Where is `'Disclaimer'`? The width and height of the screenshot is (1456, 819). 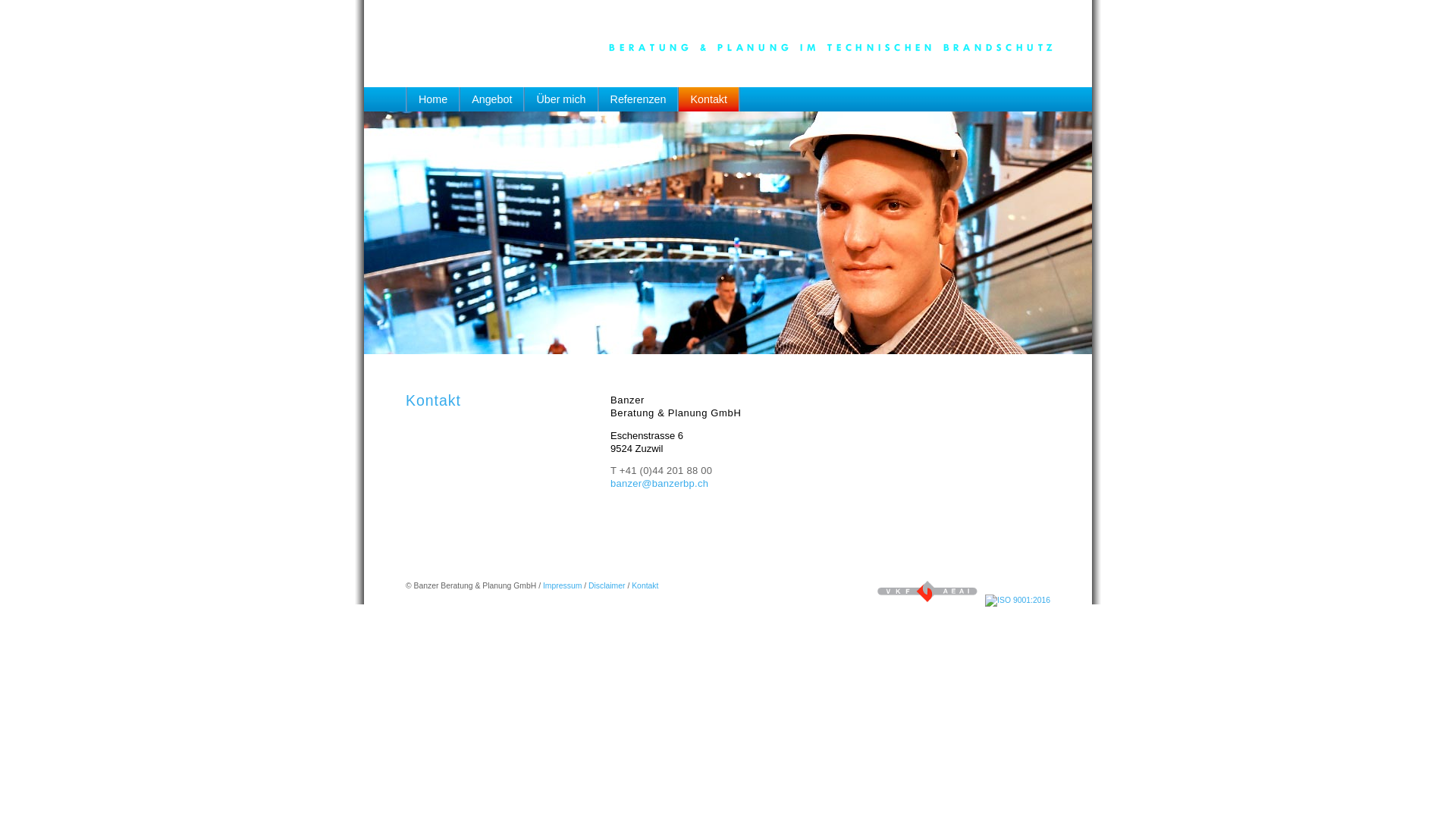
'Disclaimer' is located at coordinates (607, 585).